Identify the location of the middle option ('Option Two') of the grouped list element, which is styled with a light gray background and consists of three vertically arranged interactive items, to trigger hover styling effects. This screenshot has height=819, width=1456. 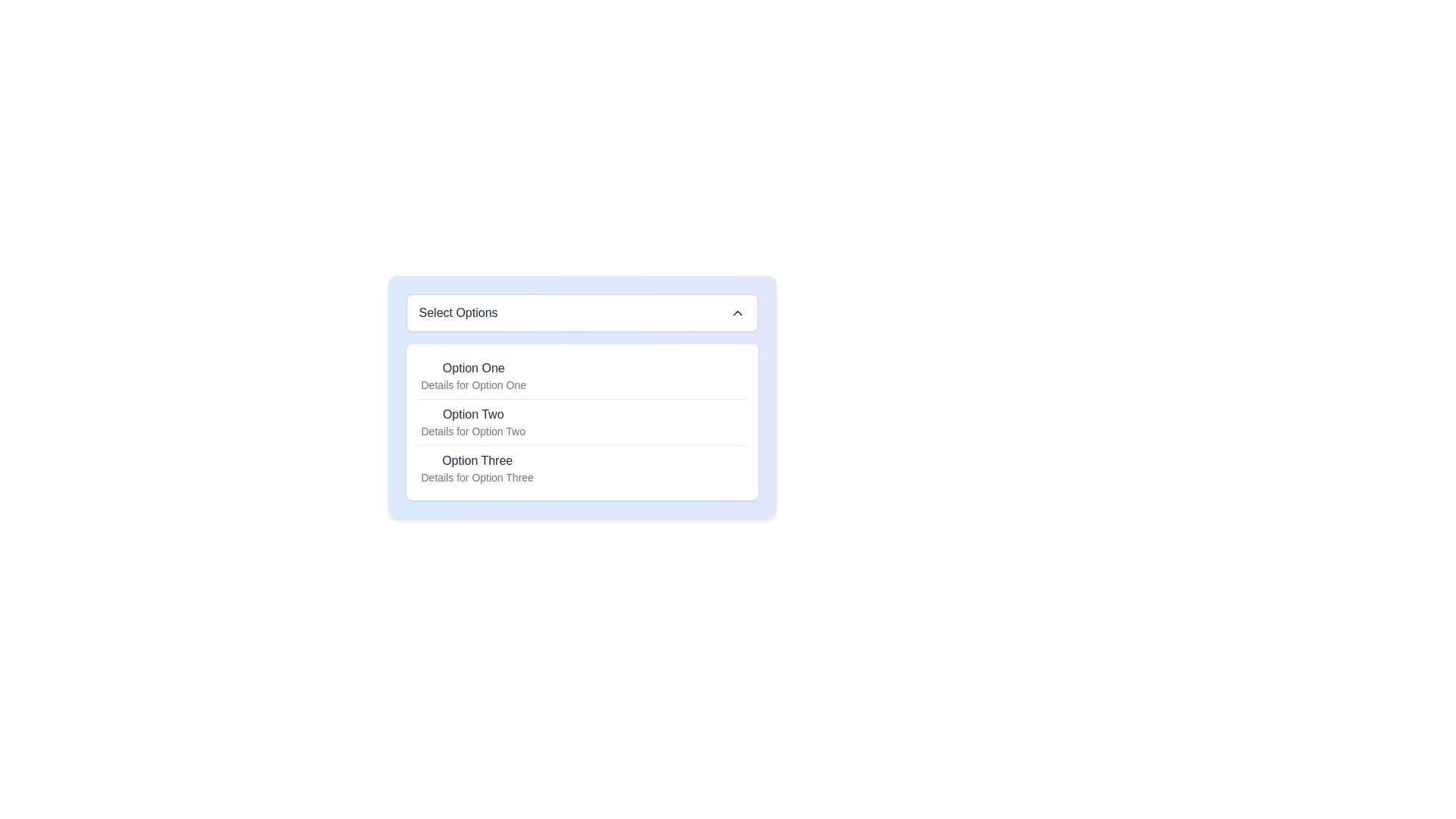
(581, 422).